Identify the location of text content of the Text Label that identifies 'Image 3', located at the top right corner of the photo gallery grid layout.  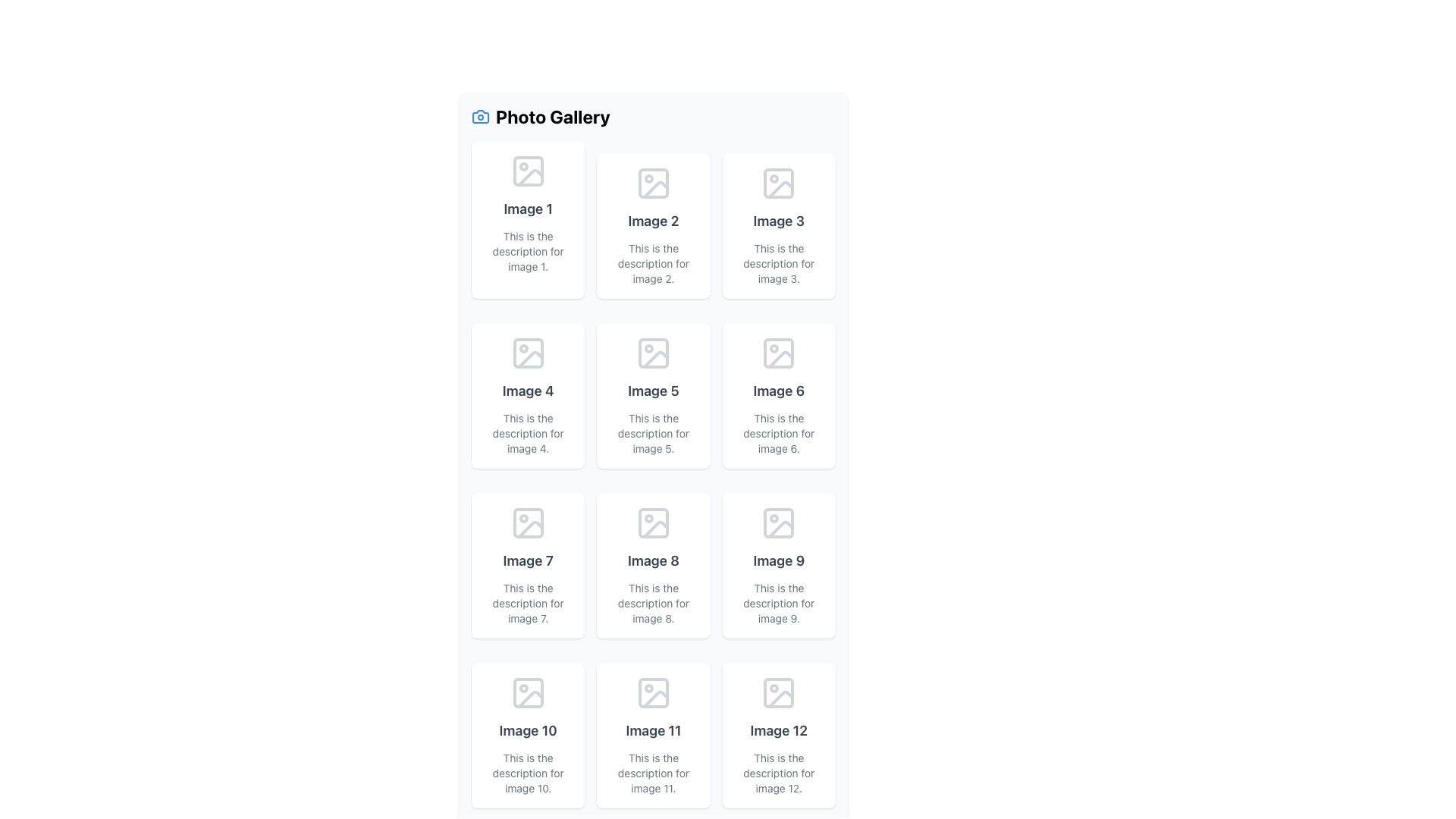
(779, 221).